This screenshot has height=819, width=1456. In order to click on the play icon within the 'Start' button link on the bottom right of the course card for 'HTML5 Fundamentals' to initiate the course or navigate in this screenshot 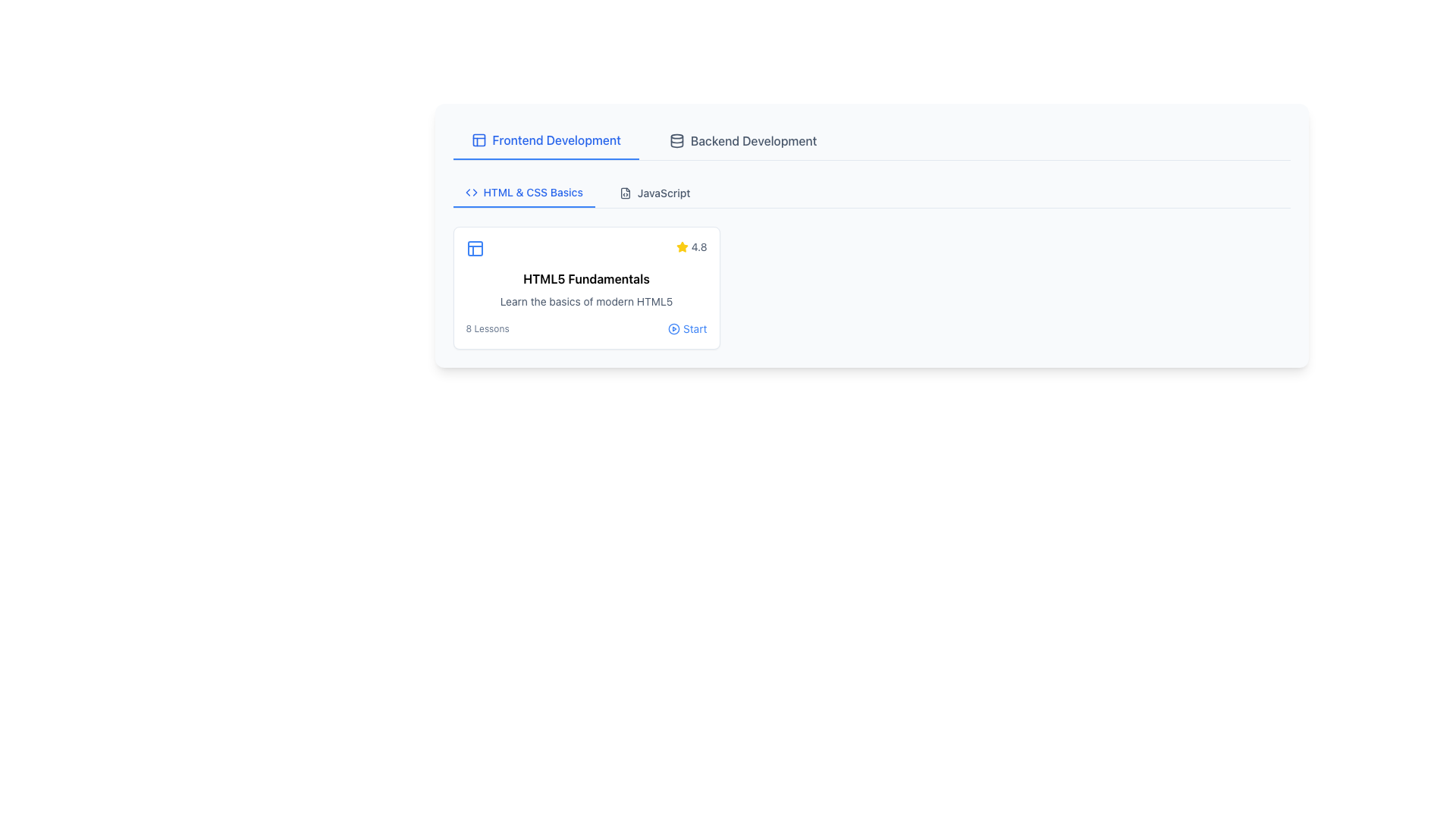, I will do `click(673, 328)`.